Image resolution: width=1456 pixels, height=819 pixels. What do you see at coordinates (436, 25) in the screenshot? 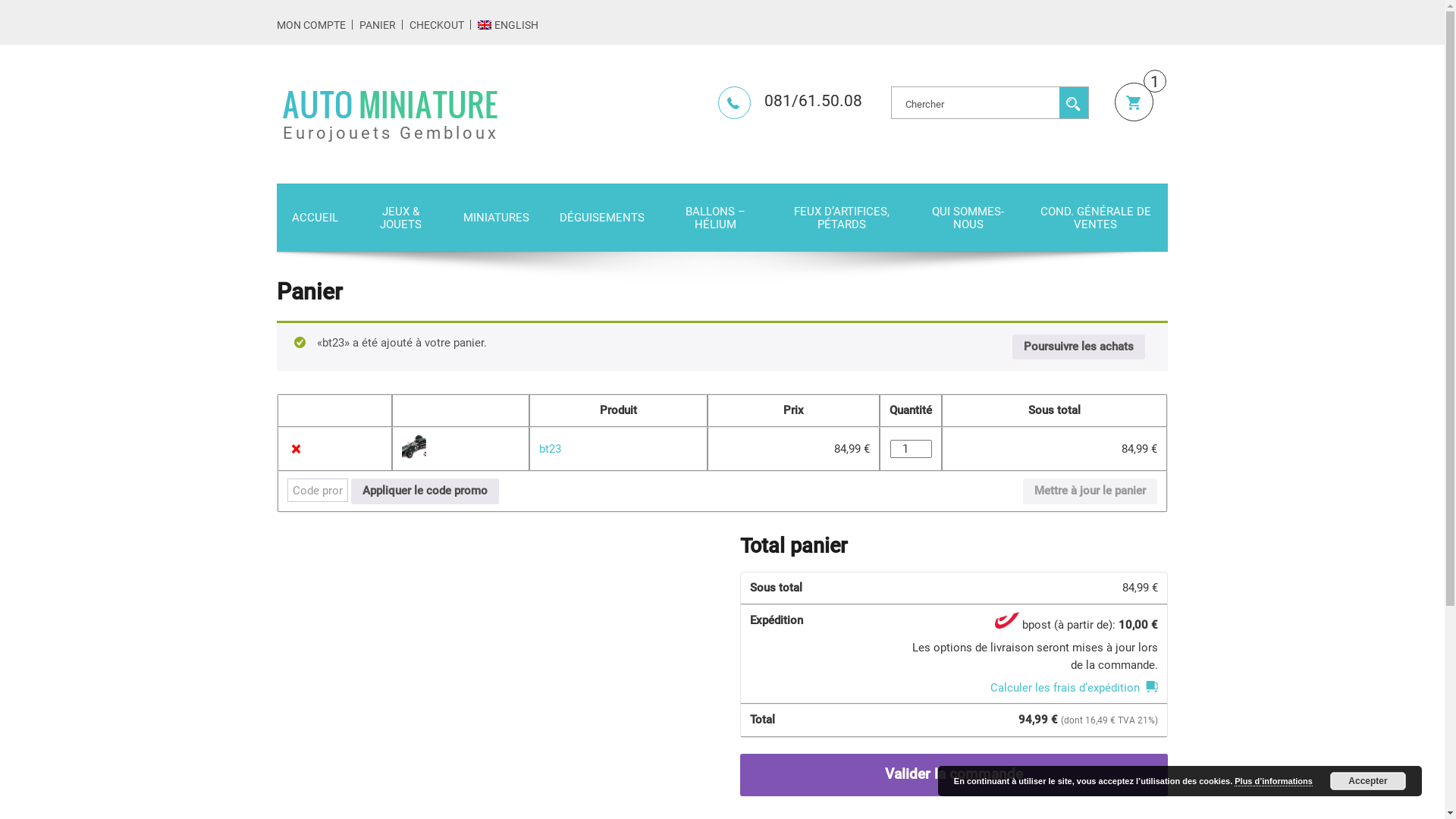
I see `'CHECKOUT'` at bounding box center [436, 25].